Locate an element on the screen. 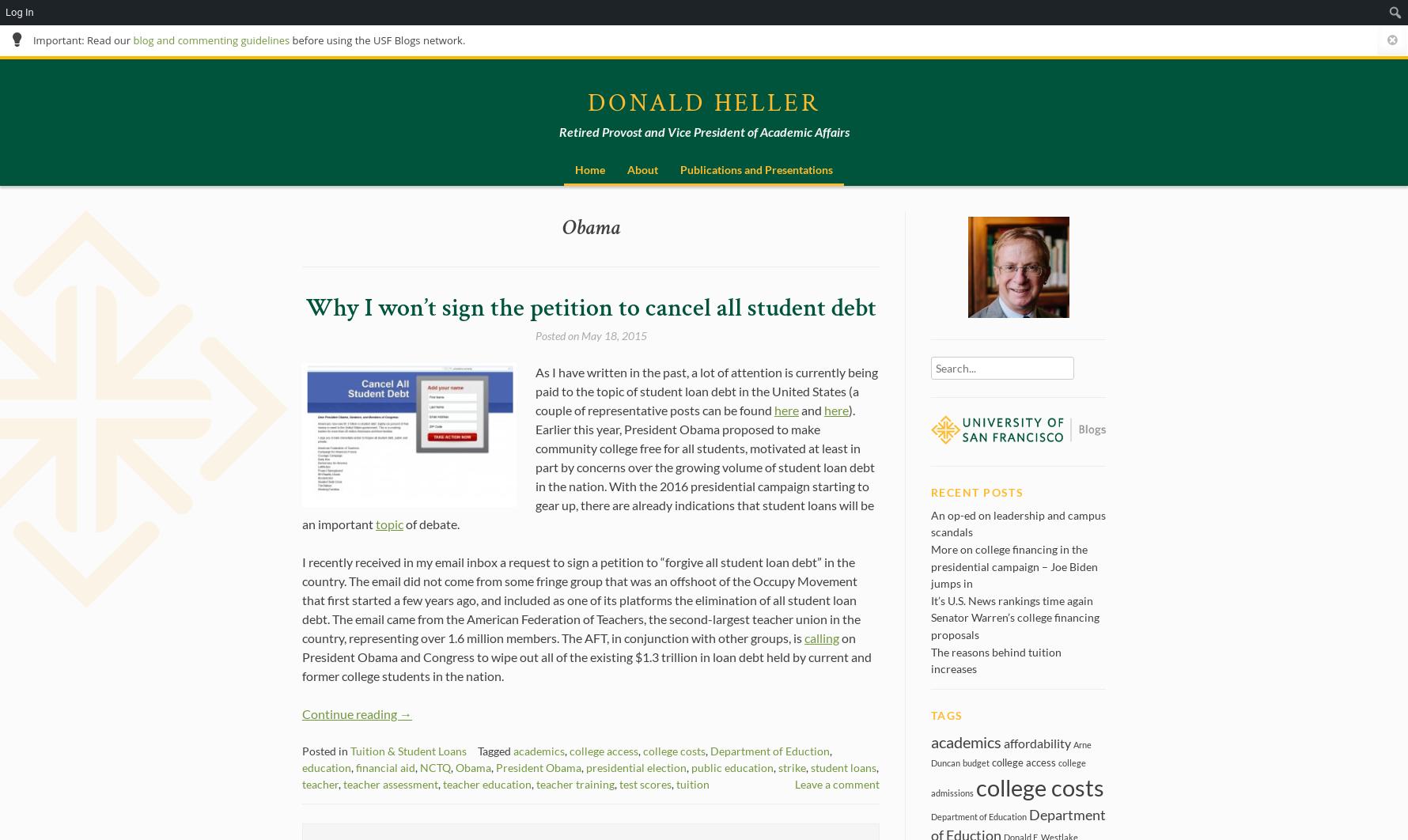  'topic' is located at coordinates (389, 523).